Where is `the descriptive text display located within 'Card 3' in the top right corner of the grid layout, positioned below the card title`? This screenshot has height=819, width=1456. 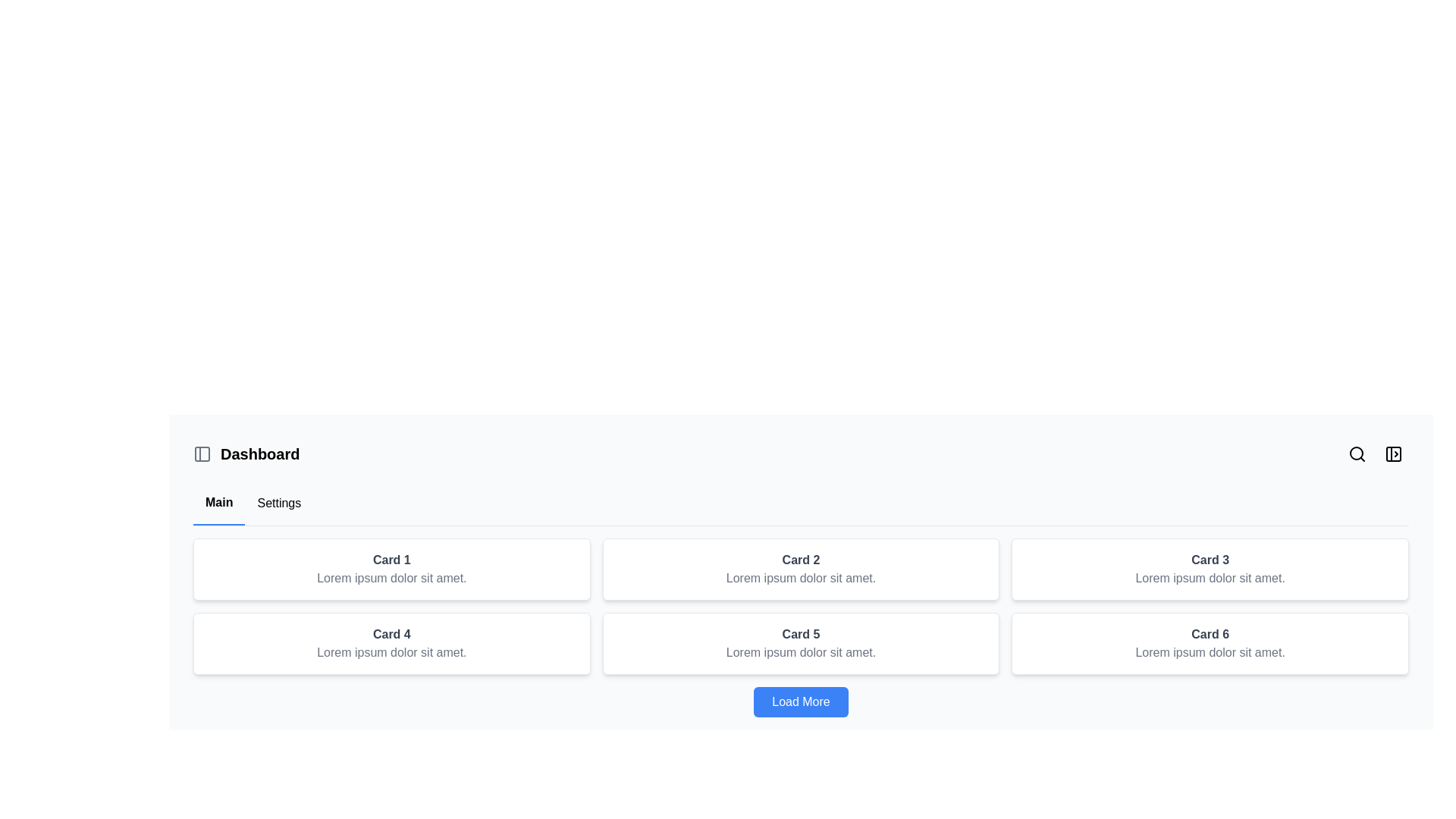 the descriptive text display located within 'Card 3' in the top right corner of the grid layout, positioned below the card title is located at coordinates (1210, 579).